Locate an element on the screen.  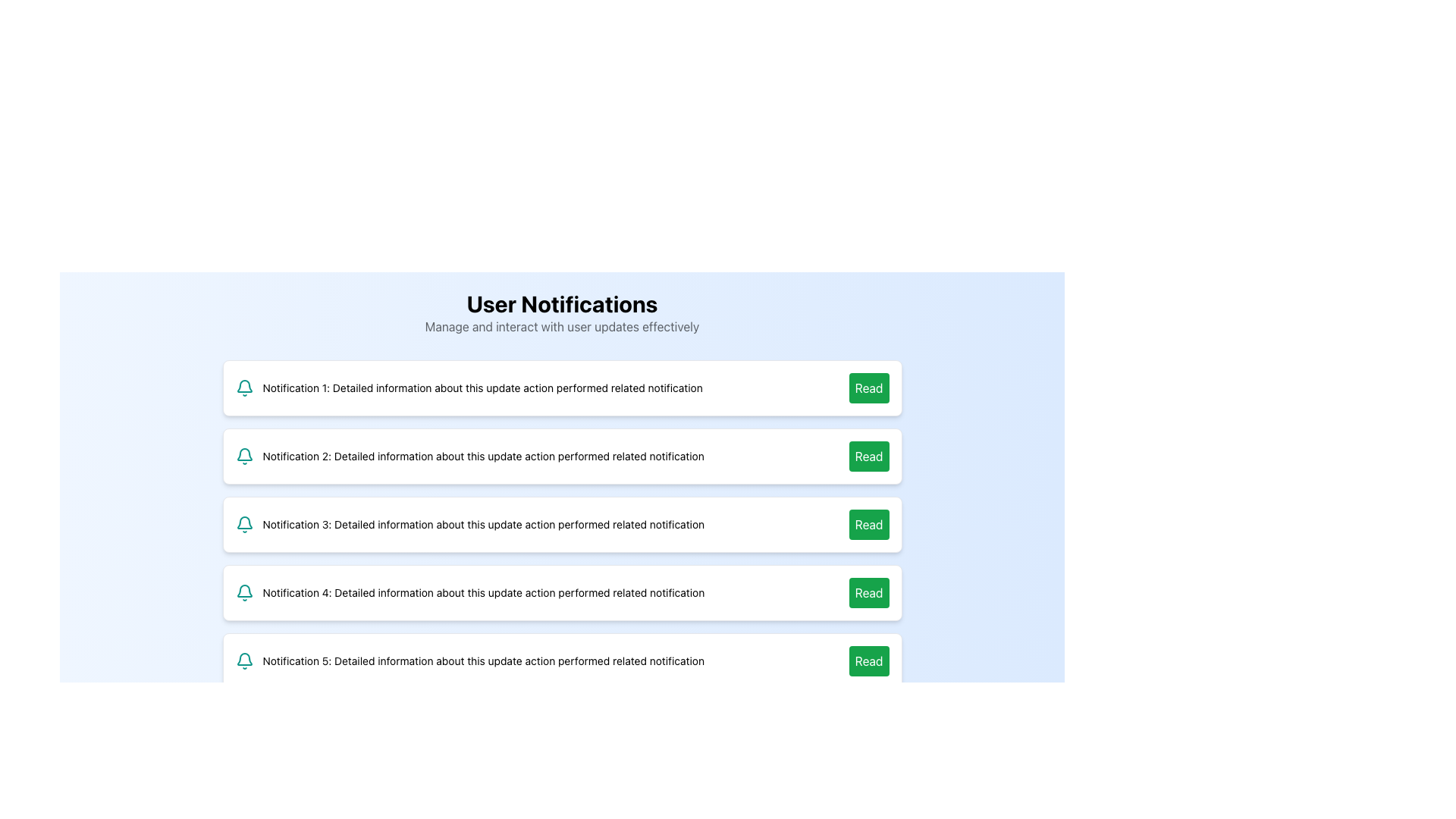
the text component displaying 'Notification 5: Detailed information about this update action performed related notification' to trigger additional information is located at coordinates (482, 660).